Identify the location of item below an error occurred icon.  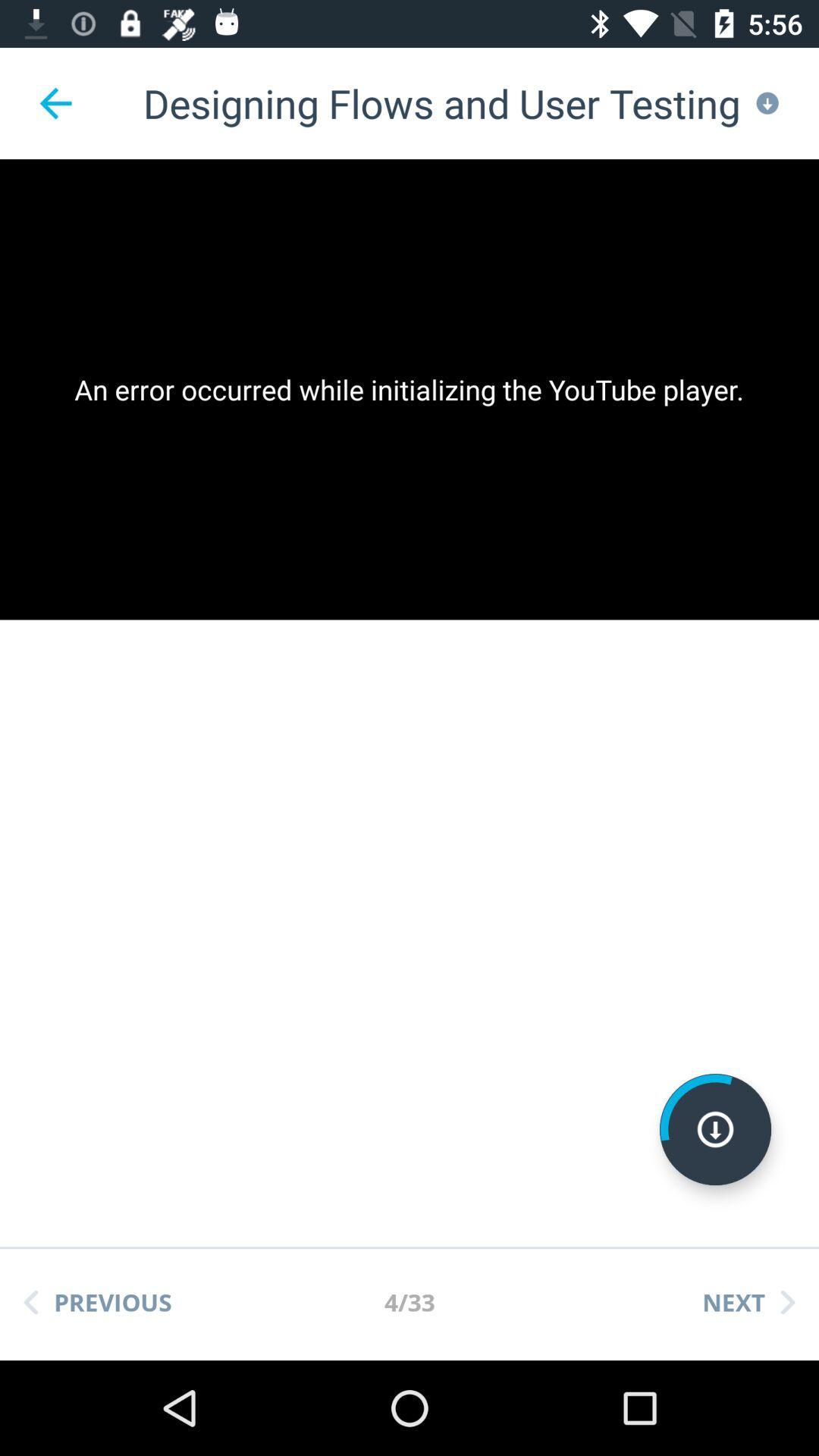
(715, 1129).